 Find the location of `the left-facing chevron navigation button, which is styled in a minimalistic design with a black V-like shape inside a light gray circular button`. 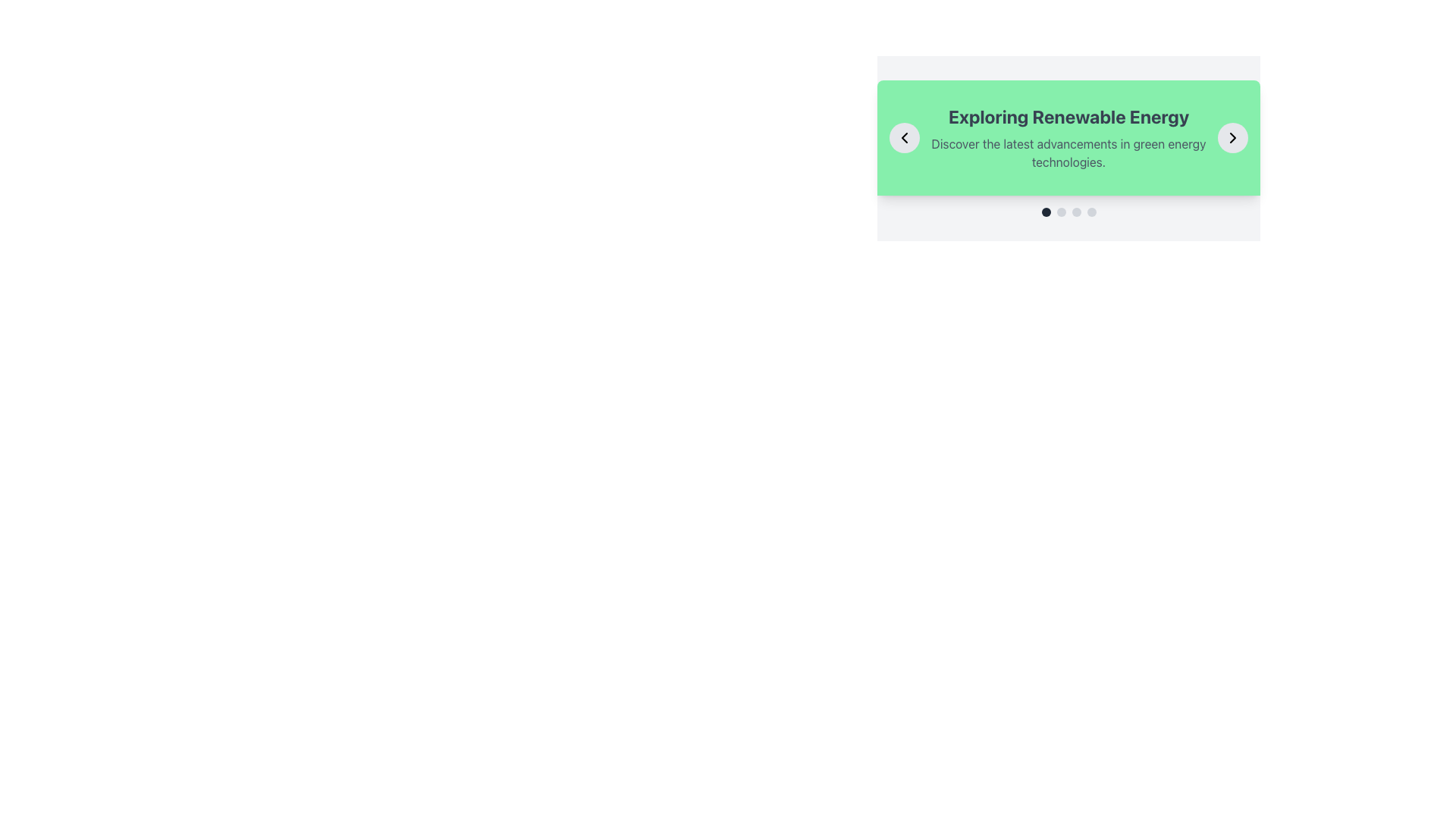

the left-facing chevron navigation button, which is styled in a minimalistic design with a black V-like shape inside a light gray circular button is located at coordinates (905, 137).